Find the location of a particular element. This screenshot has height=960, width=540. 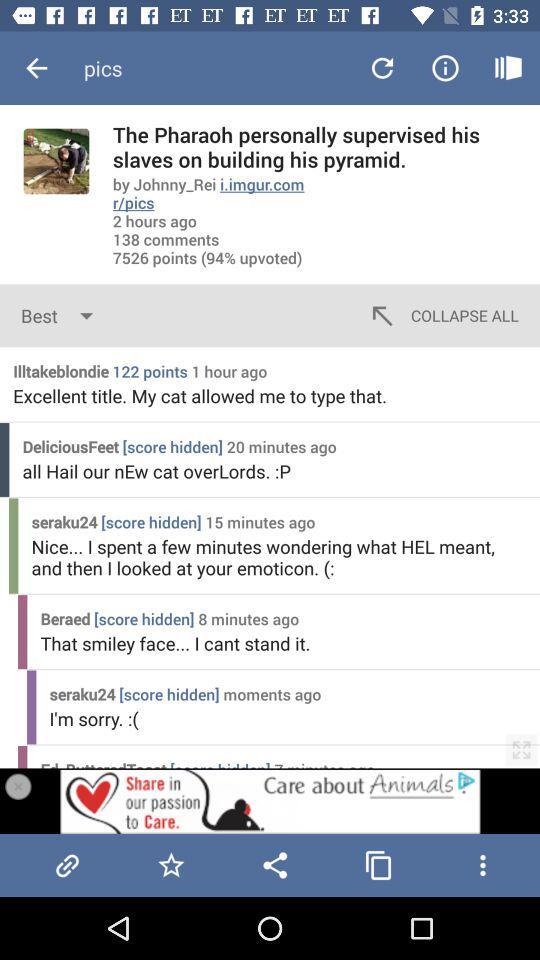

the copy icon is located at coordinates (378, 864).